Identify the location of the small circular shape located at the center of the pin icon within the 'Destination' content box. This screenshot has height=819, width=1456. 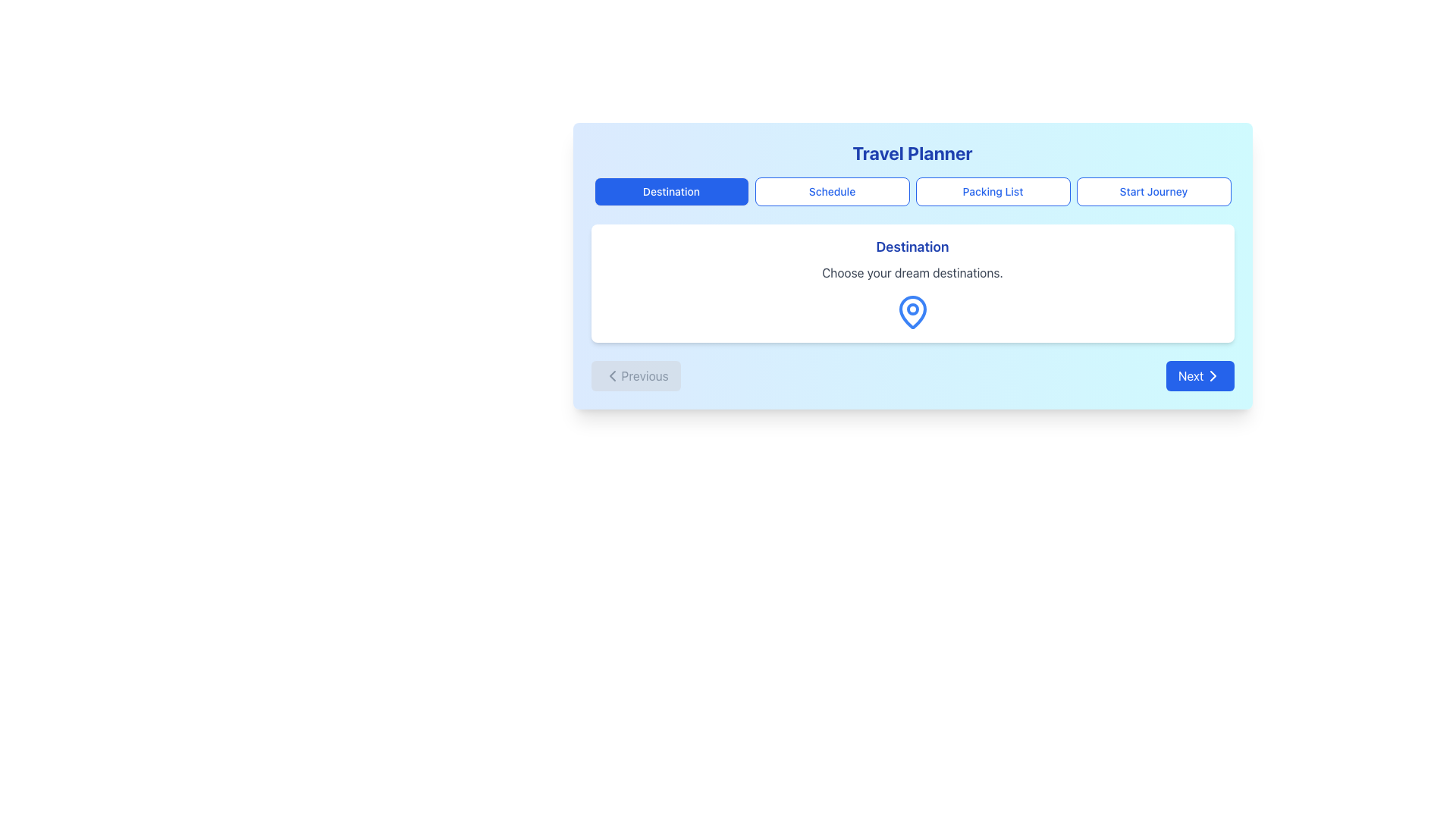
(912, 309).